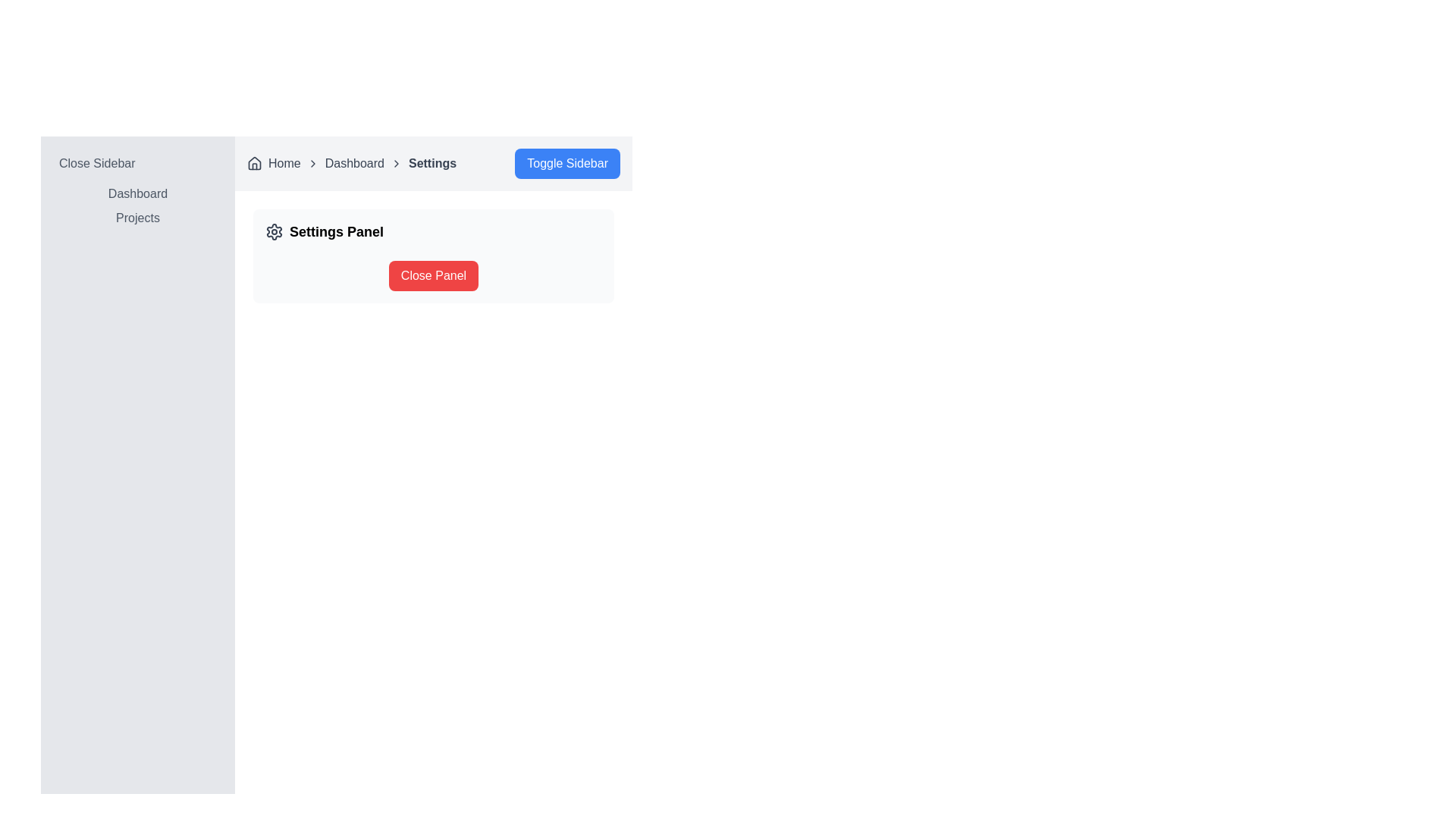 The height and width of the screenshot is (819, 1456). I want to click on the 'Projects' hyperlink located in the left sidebar, below the 'Dashboard' item, to change its color, so click(138, 218).